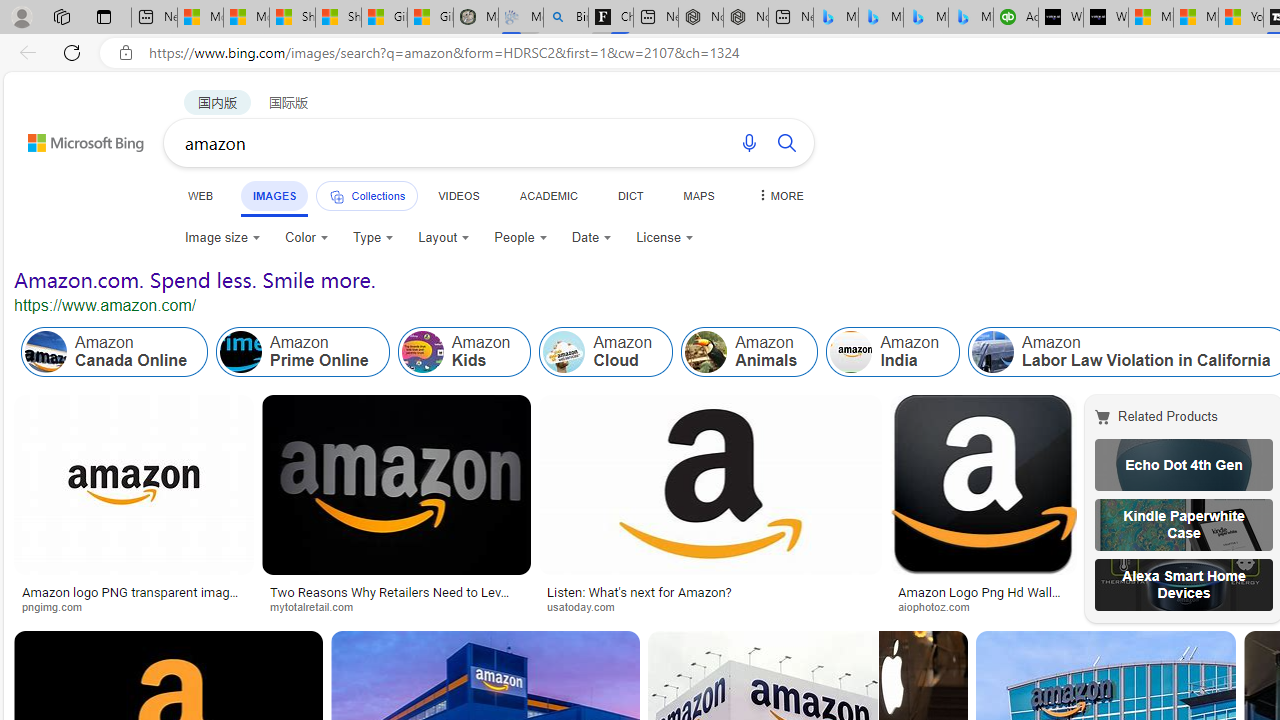 Image resolution: width=1280 pixels, height=720 pixels. What do you see at coordinates (195, 280) in the screenshot?
I see `'Amazon.com. Spend less. Smile more.'` at bounding box center [195, 280].